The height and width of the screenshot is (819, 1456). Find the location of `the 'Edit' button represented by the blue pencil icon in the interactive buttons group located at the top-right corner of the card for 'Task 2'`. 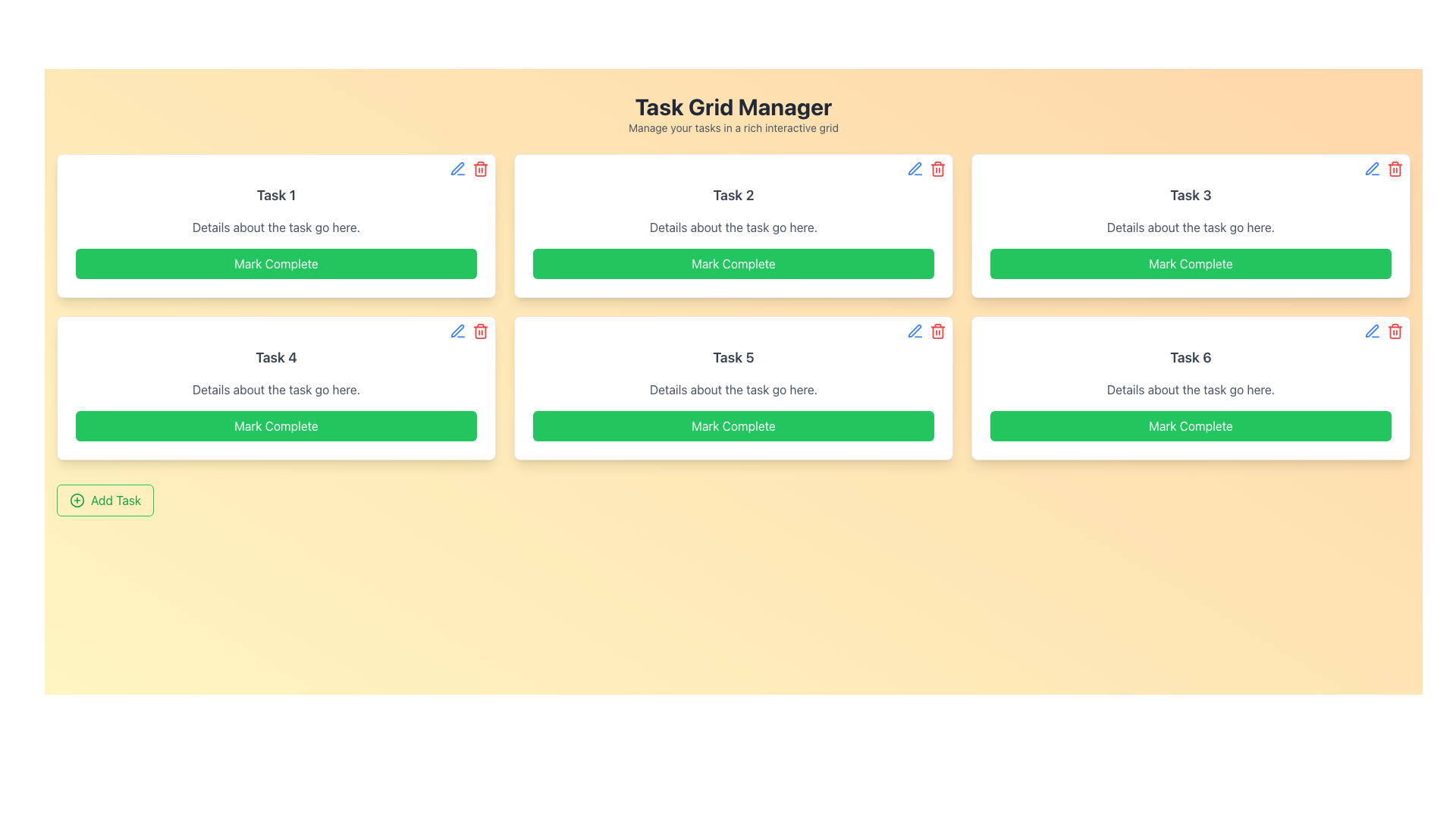

the 'Edit' button represented by the blue pencil icon in the interactive buttons group located at the top-right corner of the card for 'Task 2' is located at coordinates (926, 169).